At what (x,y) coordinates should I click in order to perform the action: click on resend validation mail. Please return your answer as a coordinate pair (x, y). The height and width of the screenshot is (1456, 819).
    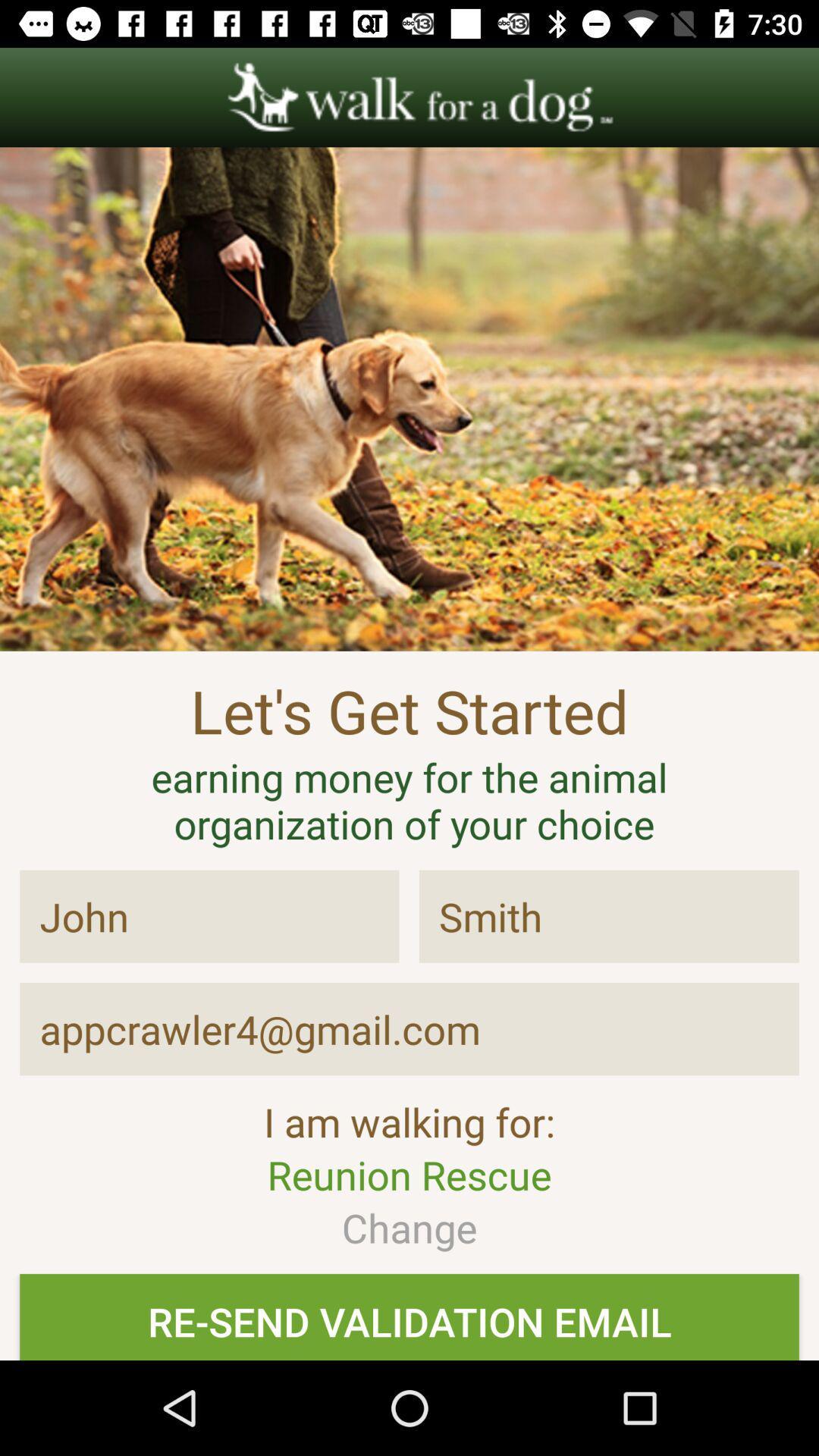
    Looking at the image, I should click on (409, 1316).